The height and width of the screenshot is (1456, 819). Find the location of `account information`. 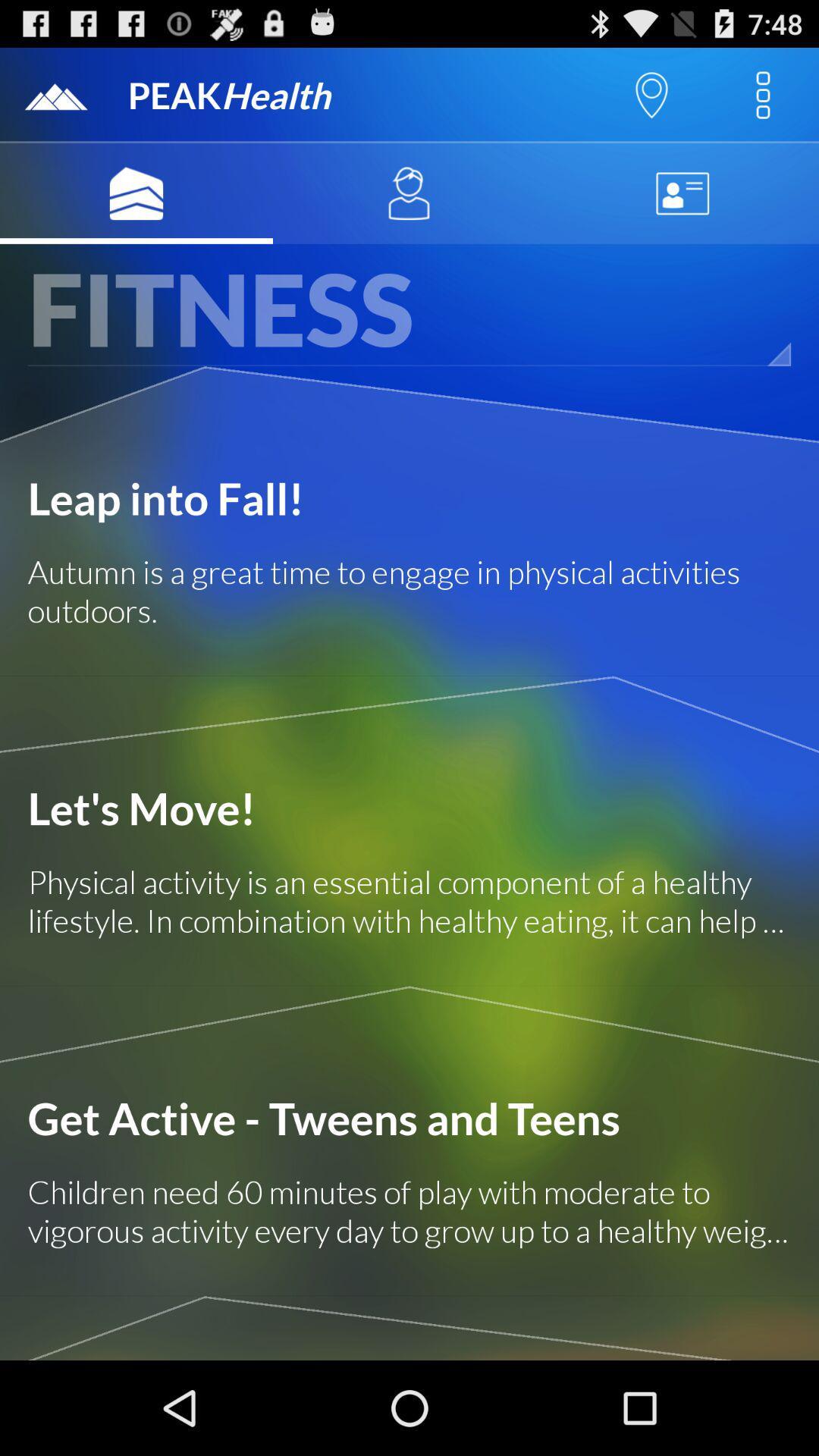

account information is located at coordinates (681, 193).